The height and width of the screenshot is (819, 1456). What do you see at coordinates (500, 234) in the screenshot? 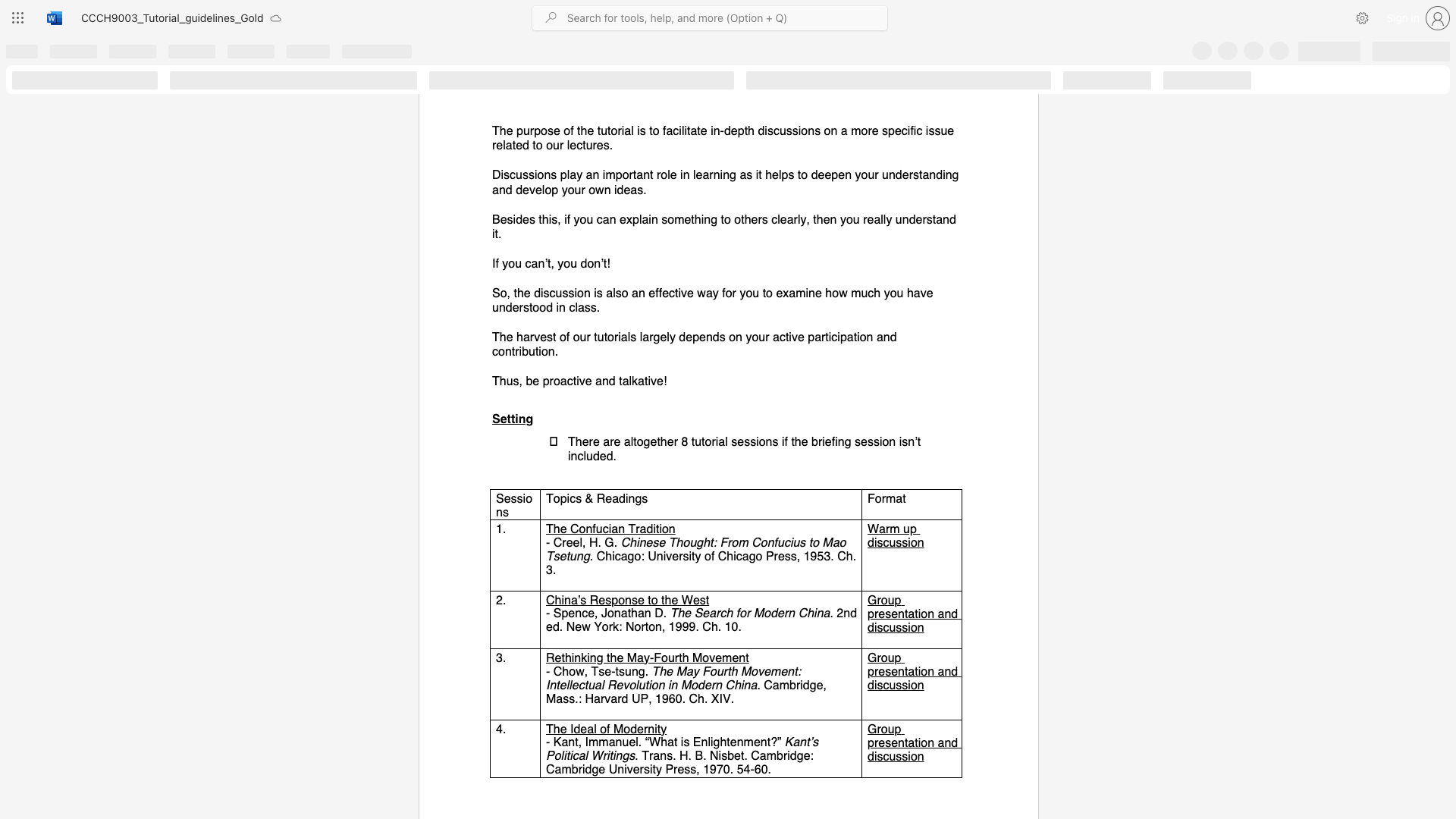
I see `the 1th character "." in the text` at bounding box center [500, 234].